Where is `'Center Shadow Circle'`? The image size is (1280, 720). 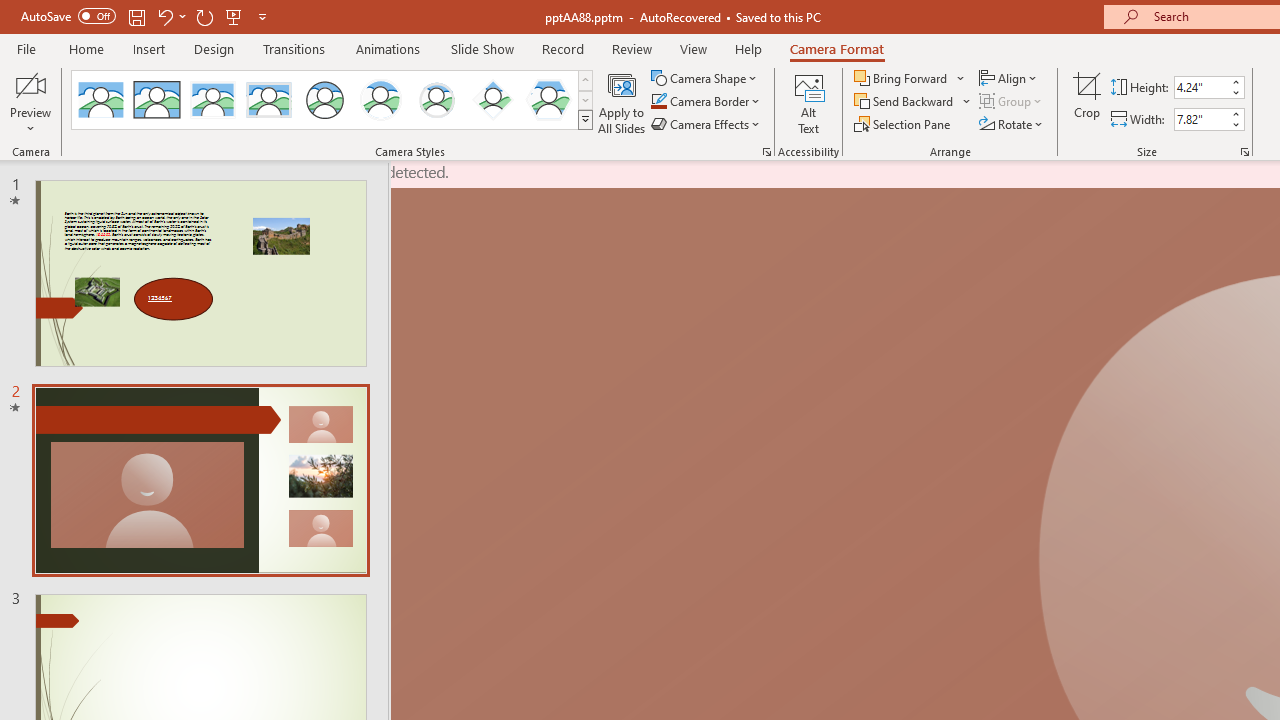
'Center Shadow Circle' is located at coordinates (381, 100).